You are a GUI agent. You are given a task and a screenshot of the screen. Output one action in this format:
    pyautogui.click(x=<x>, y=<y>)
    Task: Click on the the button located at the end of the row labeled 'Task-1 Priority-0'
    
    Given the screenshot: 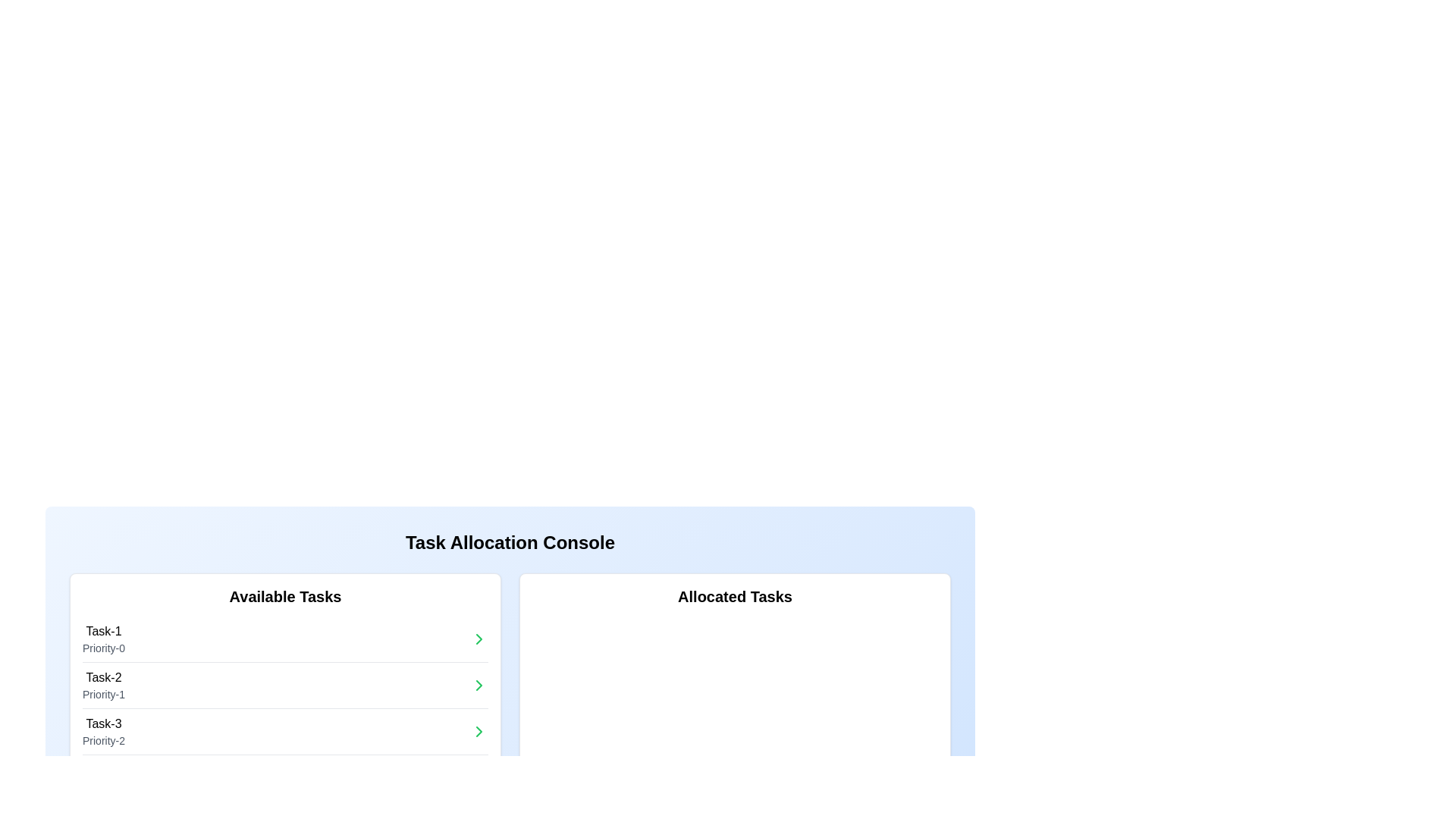 What is the action you would take?
    pyautogui.click(x=479, y=639)
    